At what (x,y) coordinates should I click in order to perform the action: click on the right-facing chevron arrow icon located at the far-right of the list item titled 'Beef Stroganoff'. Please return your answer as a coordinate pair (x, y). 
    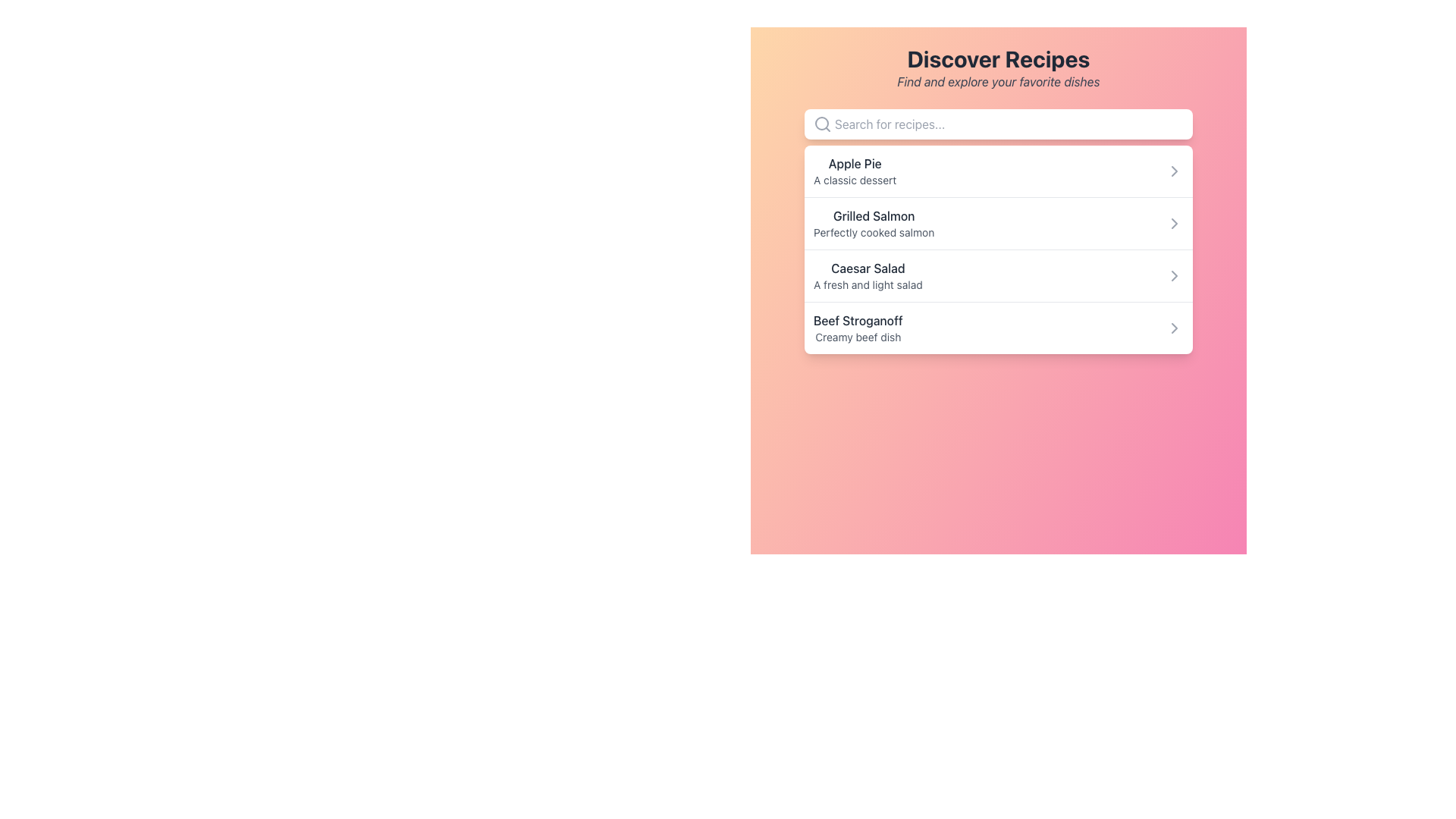
    Looking at the image, I should click on (1174, 327).